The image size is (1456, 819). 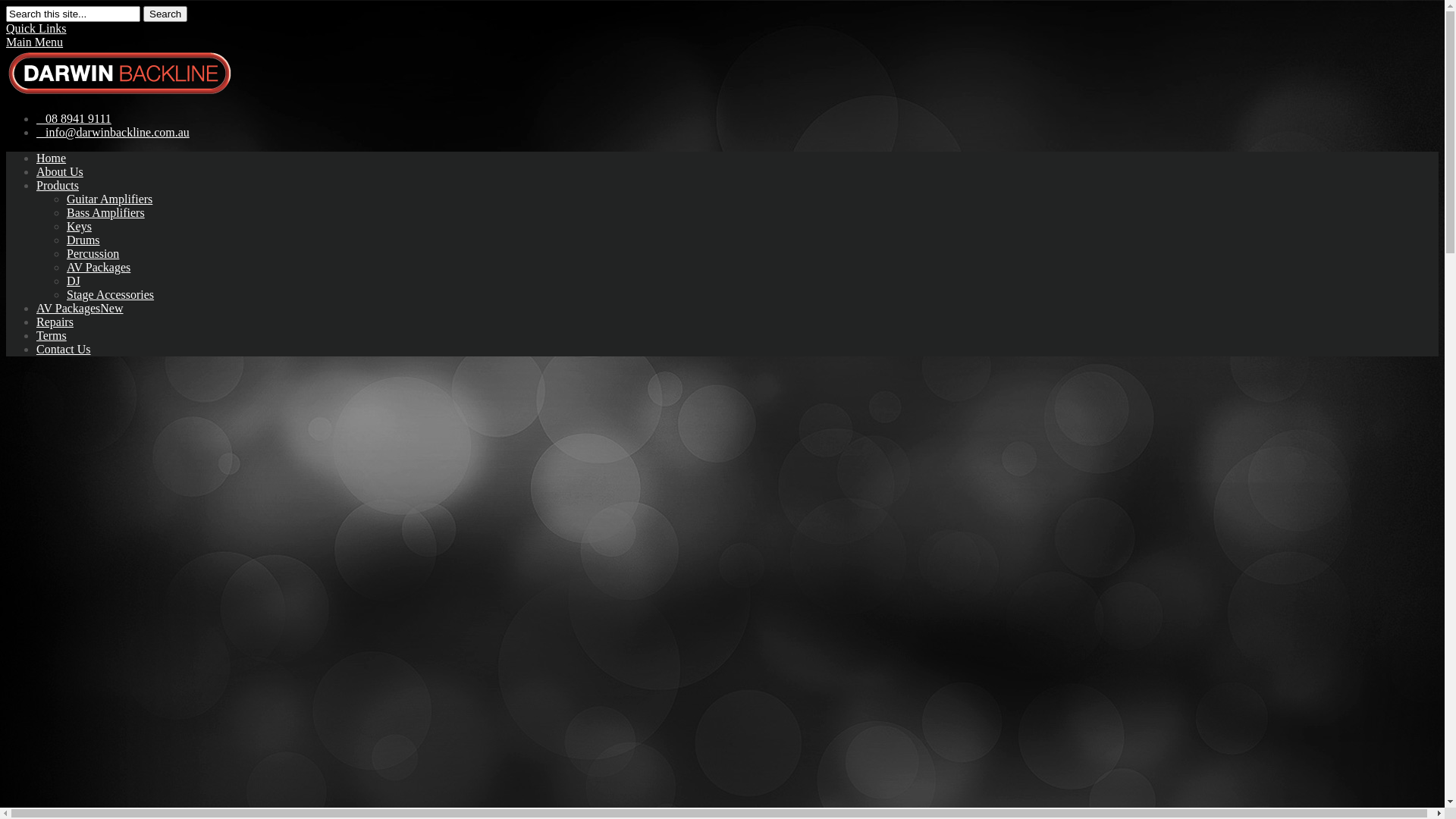 What do you see at coordinates (55, 321) in the screenshot?
I see `'Repairs'` at bounding box center [55, 321].